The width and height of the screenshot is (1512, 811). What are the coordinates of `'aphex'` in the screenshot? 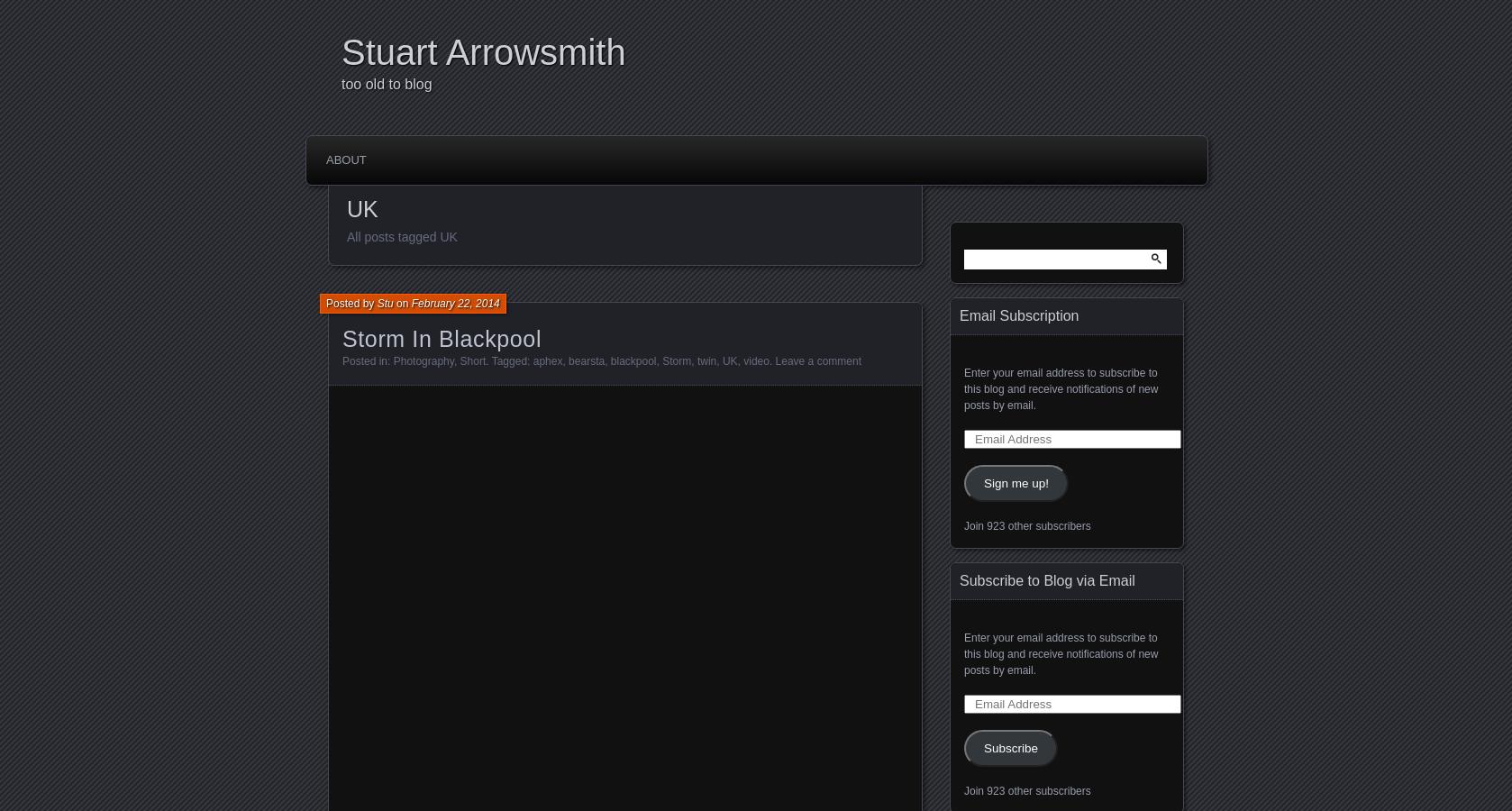 It's located at (546, 361).